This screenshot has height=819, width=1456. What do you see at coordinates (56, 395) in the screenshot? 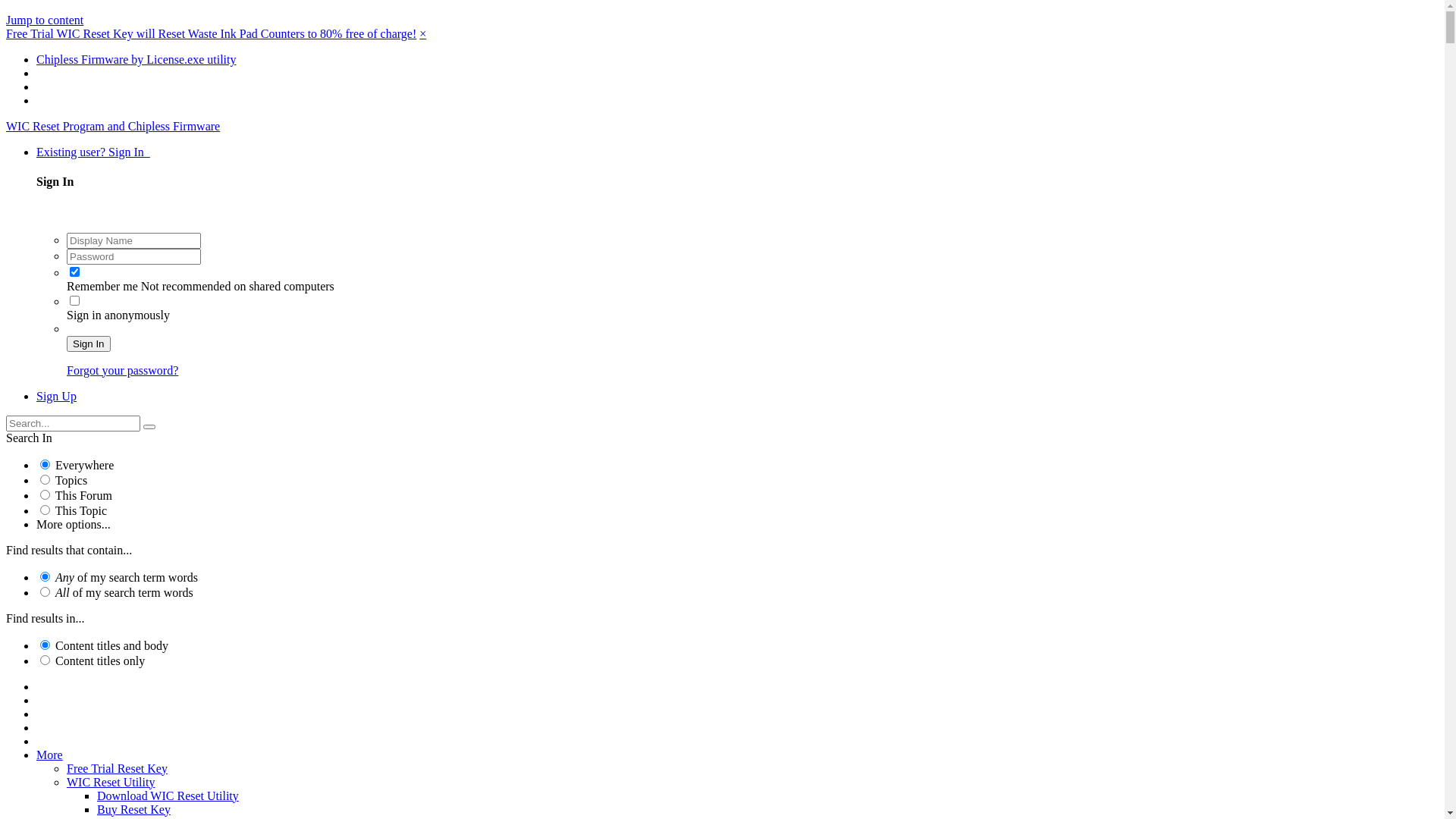
I see `'Sign Up'` at bounding box center [56, 395].